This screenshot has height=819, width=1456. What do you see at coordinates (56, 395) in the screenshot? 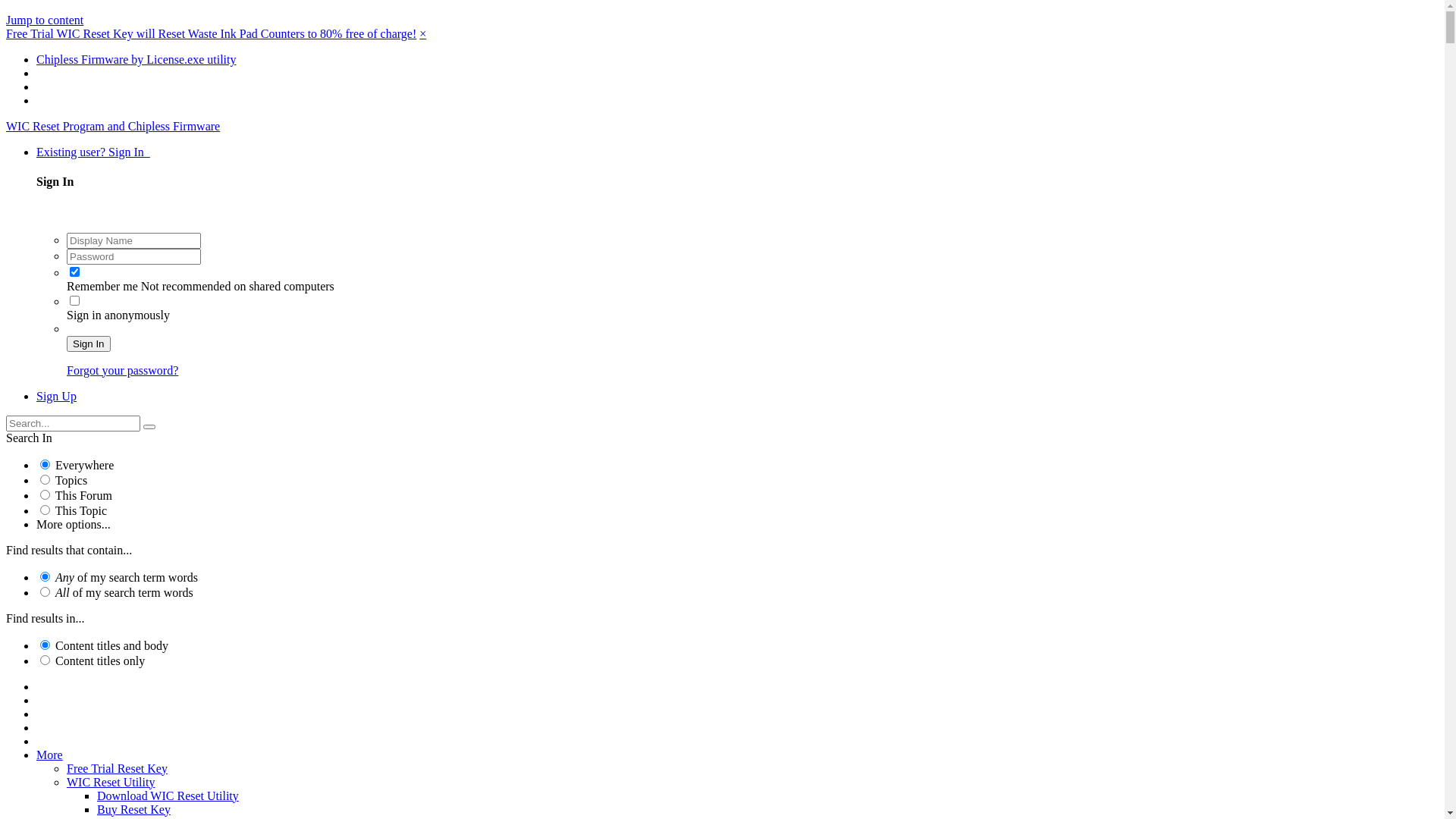
I see `'Sign Up'` at bounding box center [56, 395].